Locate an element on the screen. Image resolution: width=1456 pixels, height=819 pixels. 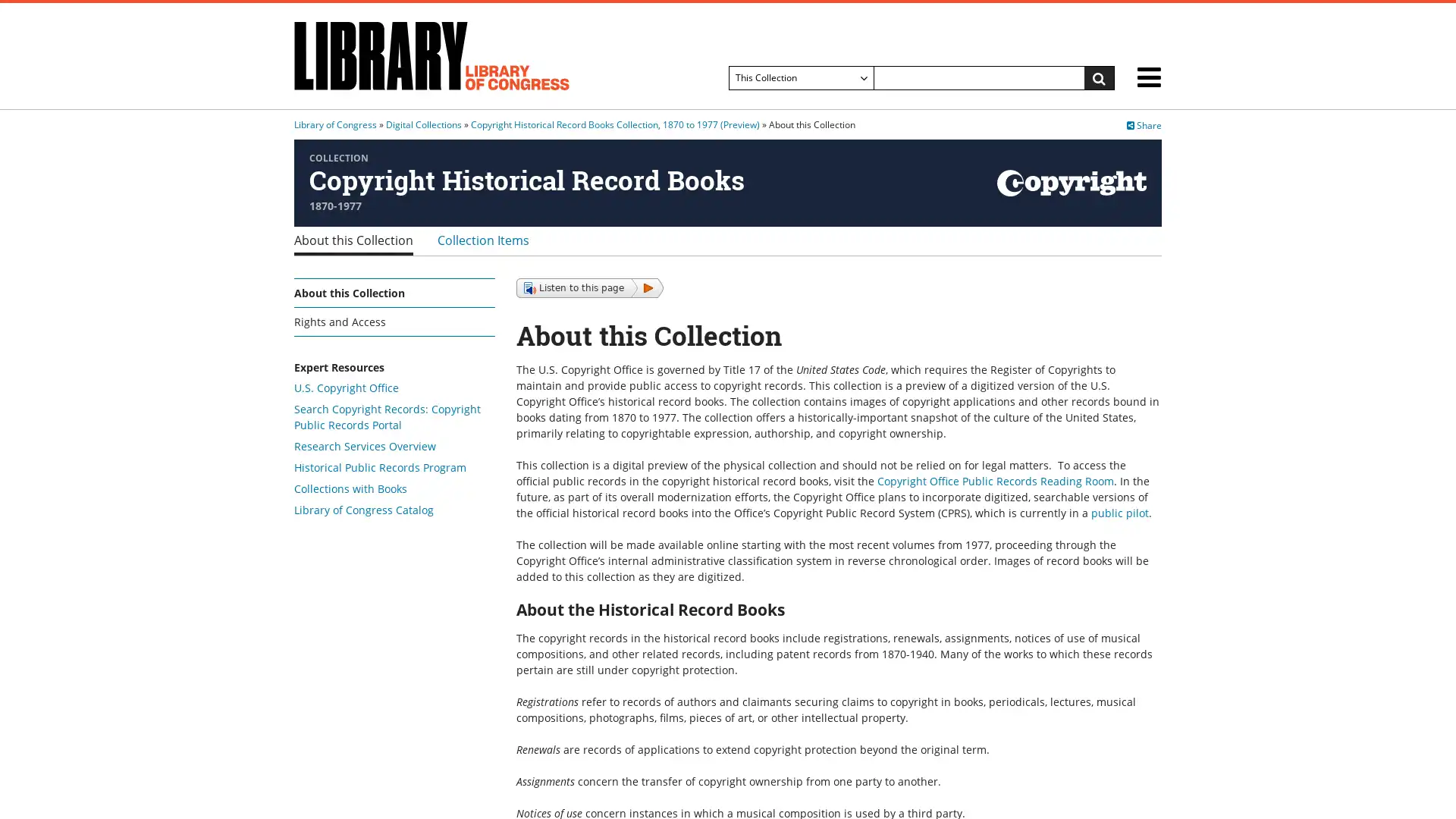
menu is located at coordinates (1149, 80).